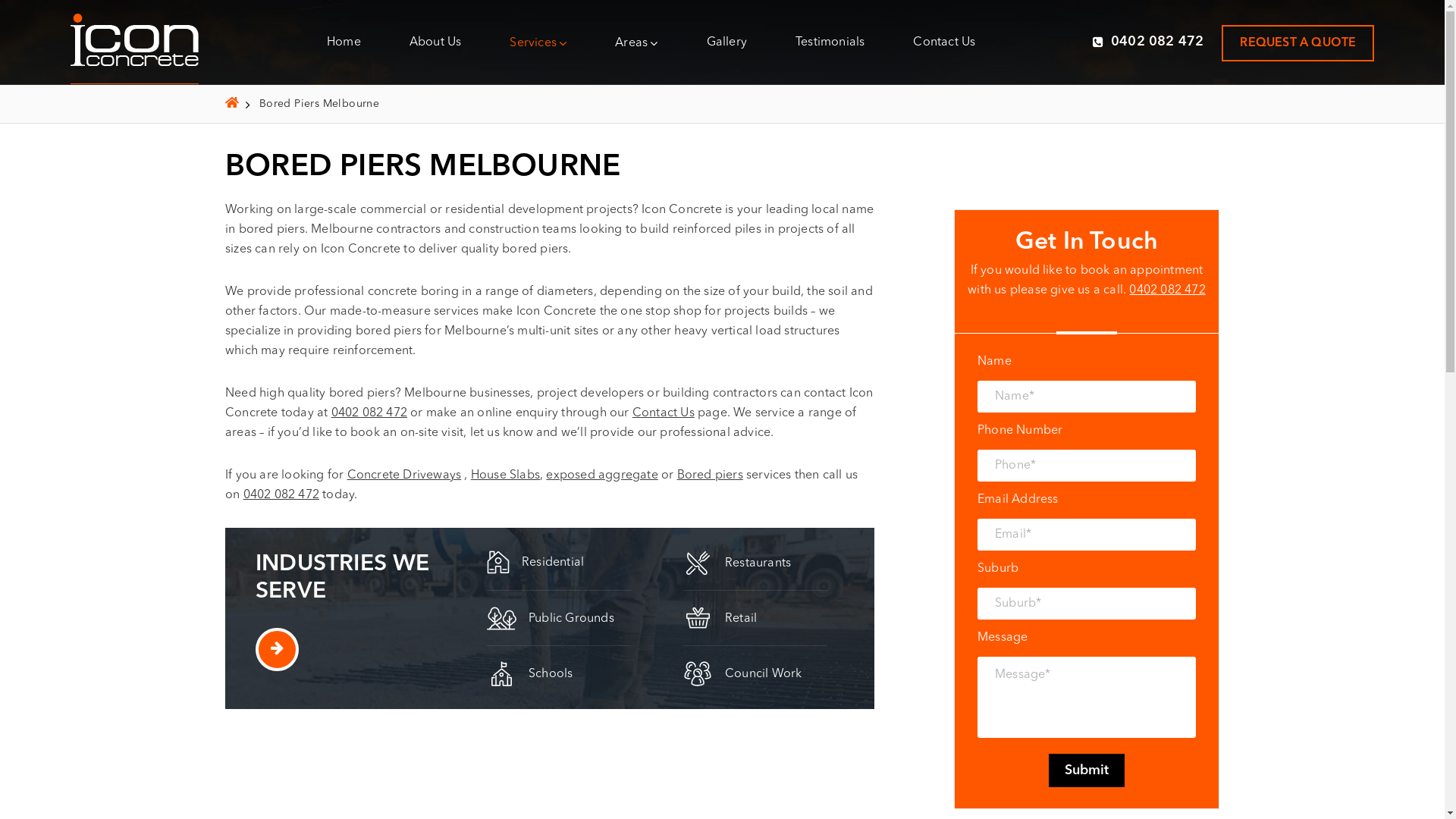 Image resolution: width=1456 pixels, height=819 pixels. What do you see at coordinates (709, 475) in the screenshot?
I see `'Bored piers'` at bounding box center [709, 475].